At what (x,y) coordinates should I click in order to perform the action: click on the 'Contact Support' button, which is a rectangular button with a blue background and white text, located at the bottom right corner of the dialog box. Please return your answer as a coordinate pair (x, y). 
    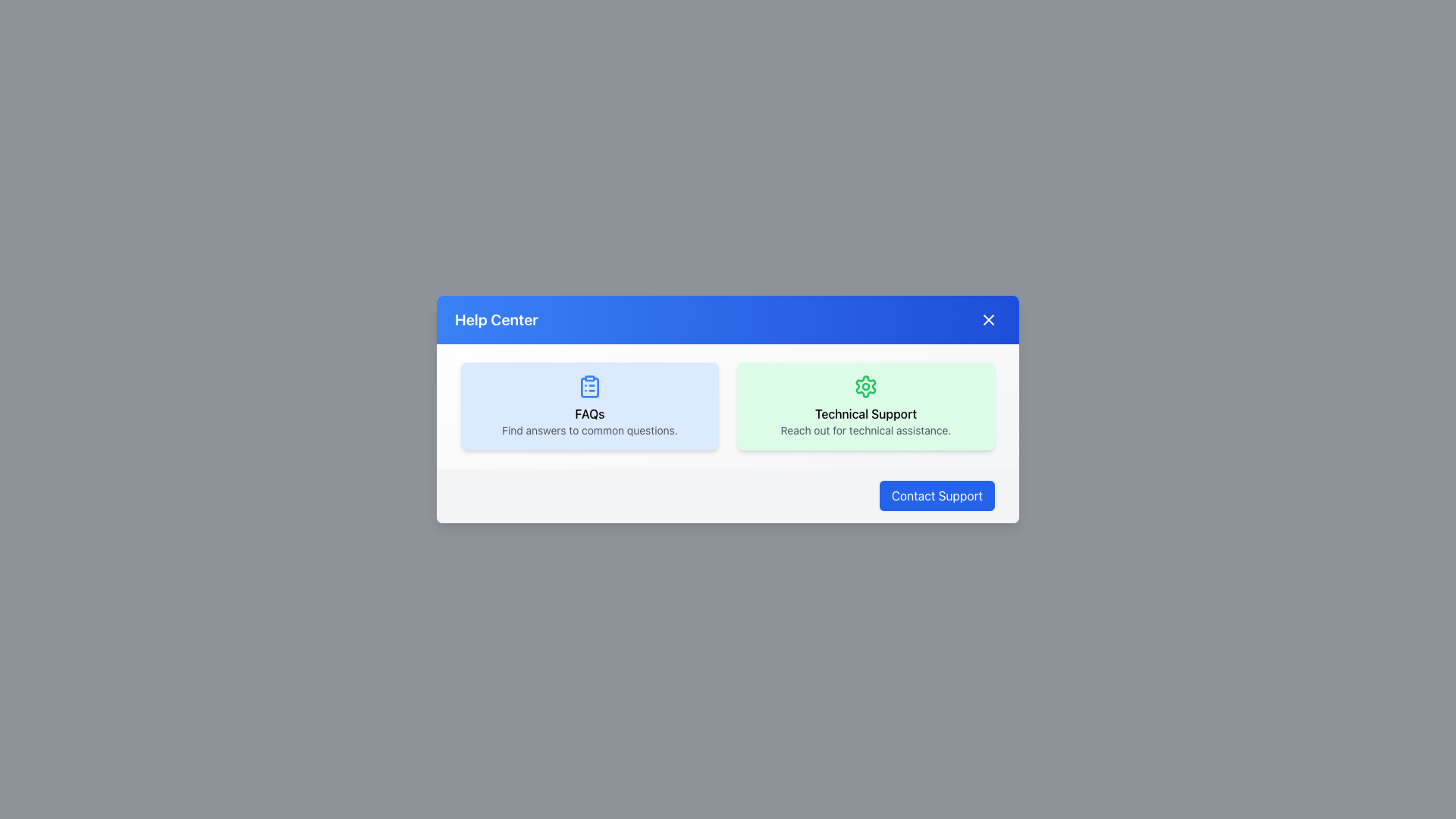
    Looking at the image, I should click on (936, 496).